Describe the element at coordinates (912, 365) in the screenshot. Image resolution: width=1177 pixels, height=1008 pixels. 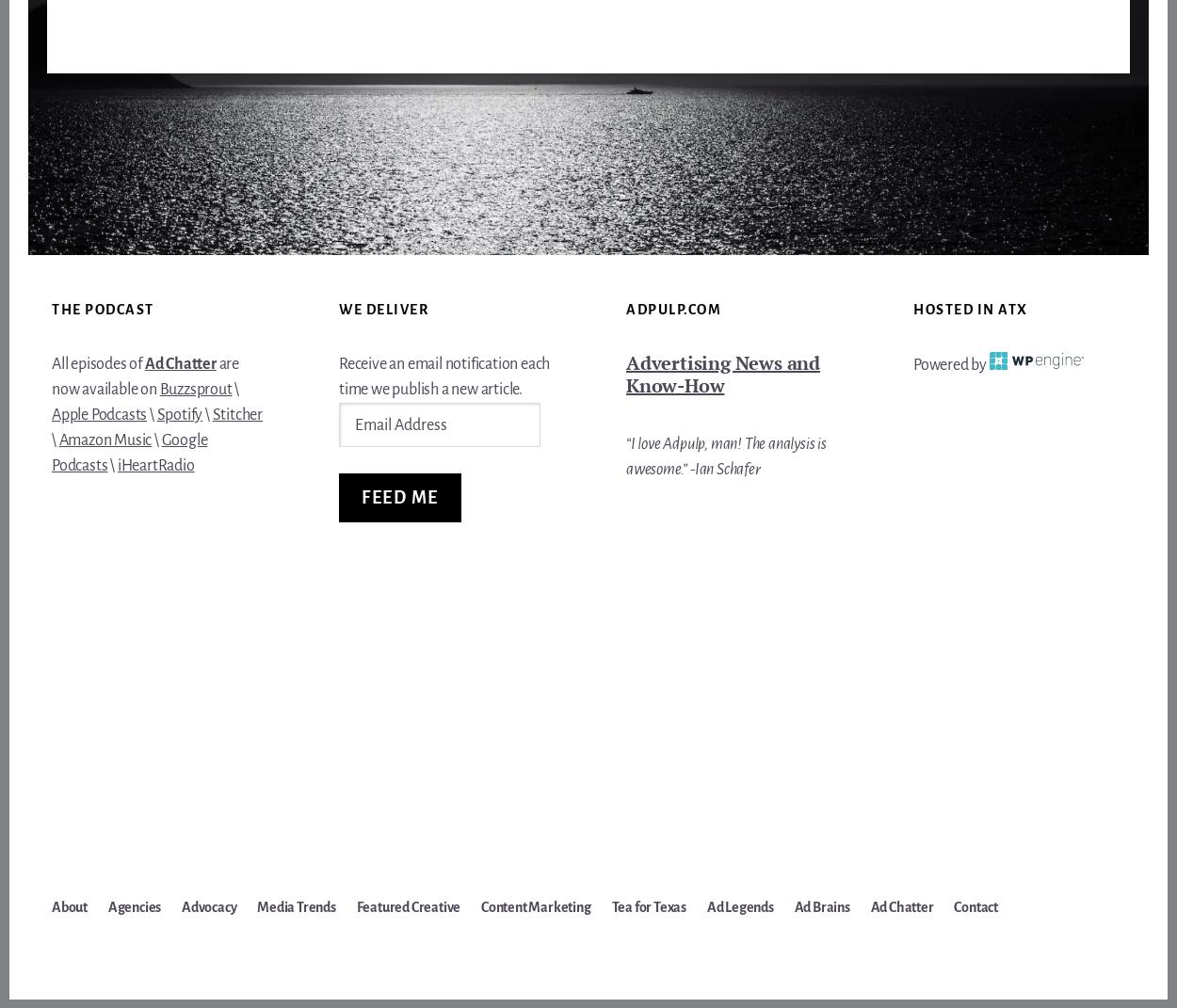
I see `'Powered by'` at that location.